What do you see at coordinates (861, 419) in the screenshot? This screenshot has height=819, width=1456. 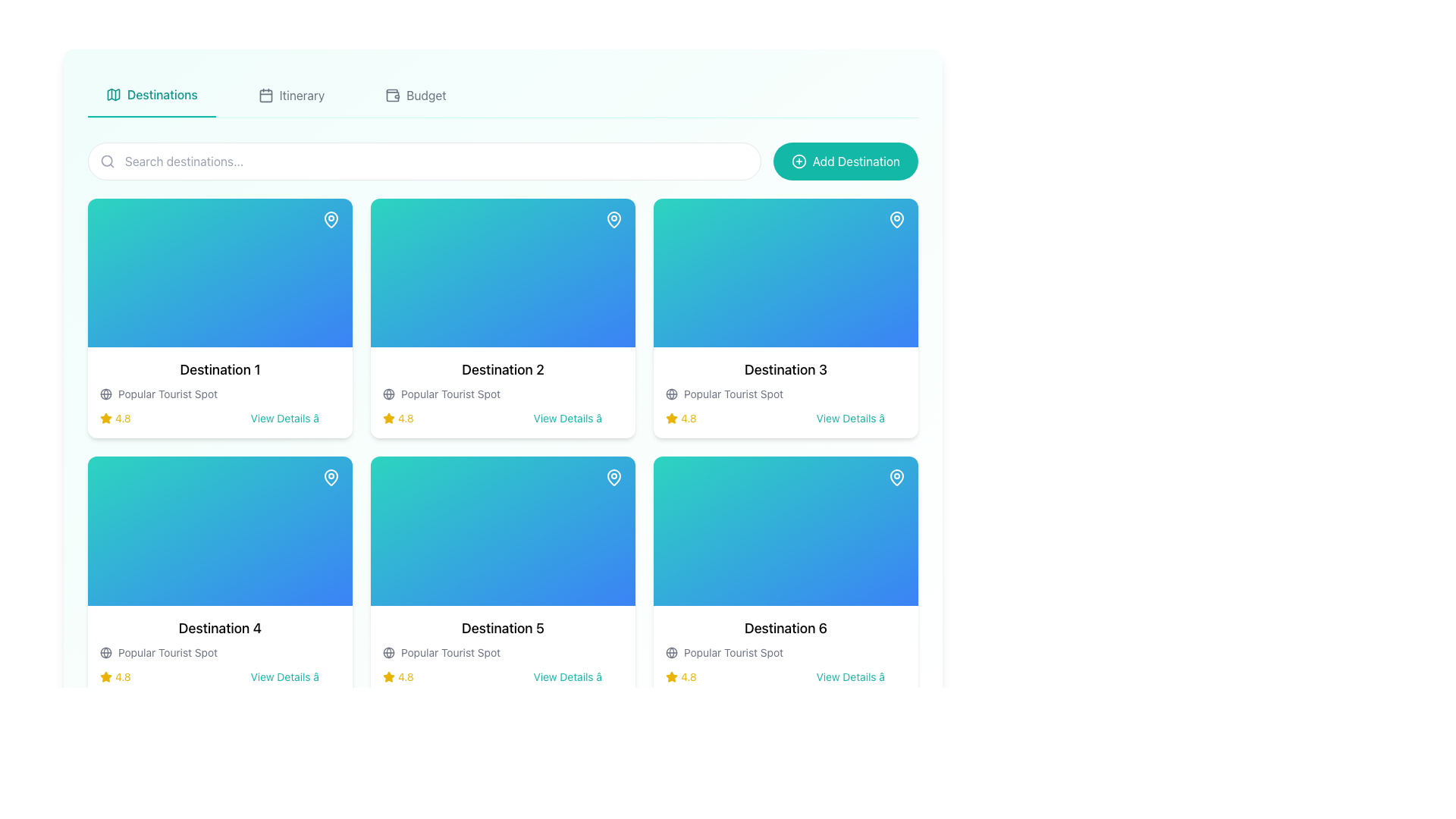 I see `the hyperlink located at the bottom-right corner of the card labeled 'Destination 3'` at bounding box center [861, 419].